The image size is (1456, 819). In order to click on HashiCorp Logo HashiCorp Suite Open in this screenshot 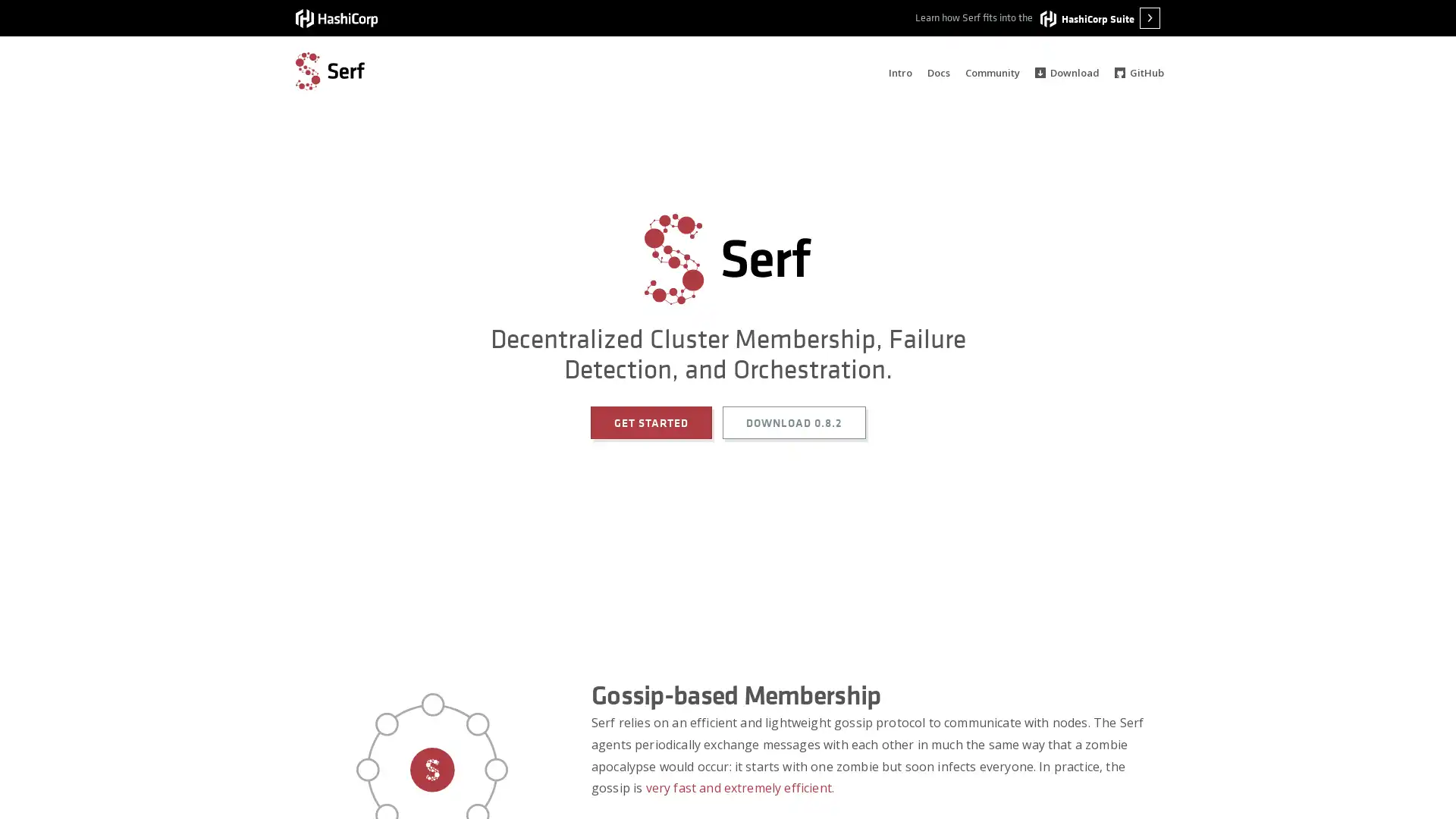, I will do `click(1100, 17)`.